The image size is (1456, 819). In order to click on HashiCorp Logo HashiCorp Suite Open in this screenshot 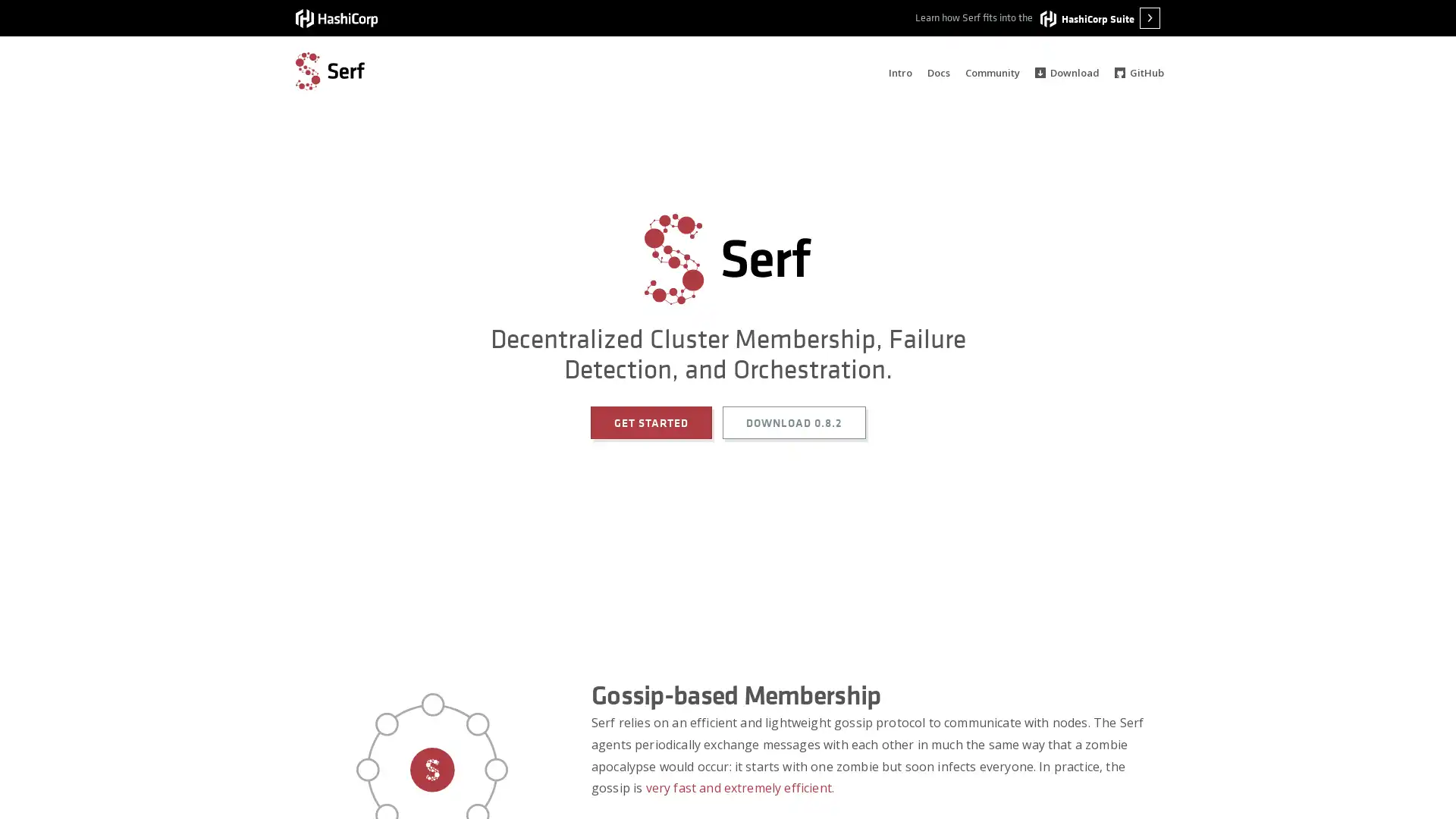, I will do `click(1100, 17)`.